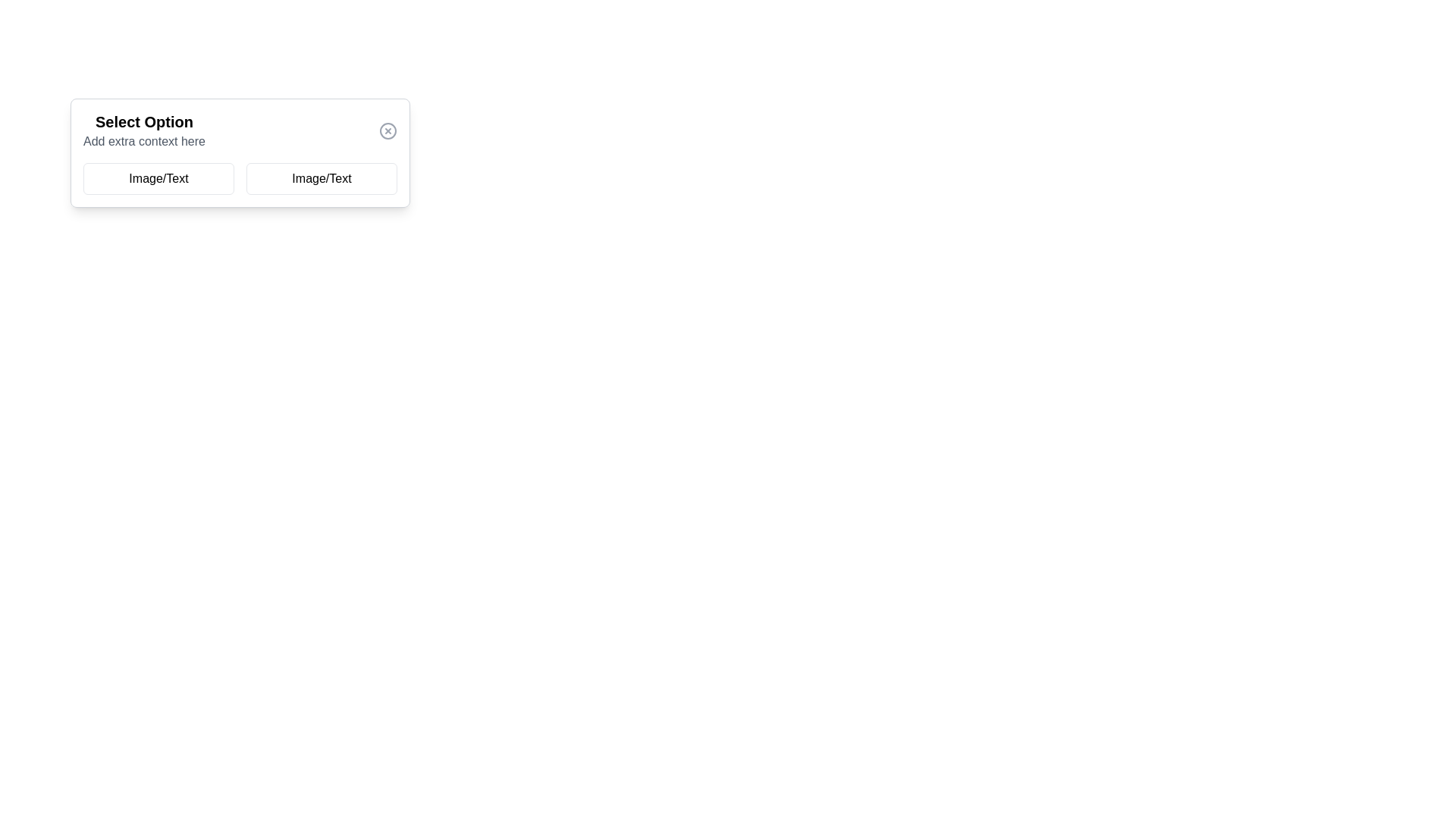 Image resolution: width=1456 pixels, height=819 pixels. What do you see at coordinates (158, 177) in the screenshot?
I see `the leftmost Selectable Option Item, which is a rectangular box with rounded corners displaying 'Image/Text' centered inside it` at bounding box center [158, 177].